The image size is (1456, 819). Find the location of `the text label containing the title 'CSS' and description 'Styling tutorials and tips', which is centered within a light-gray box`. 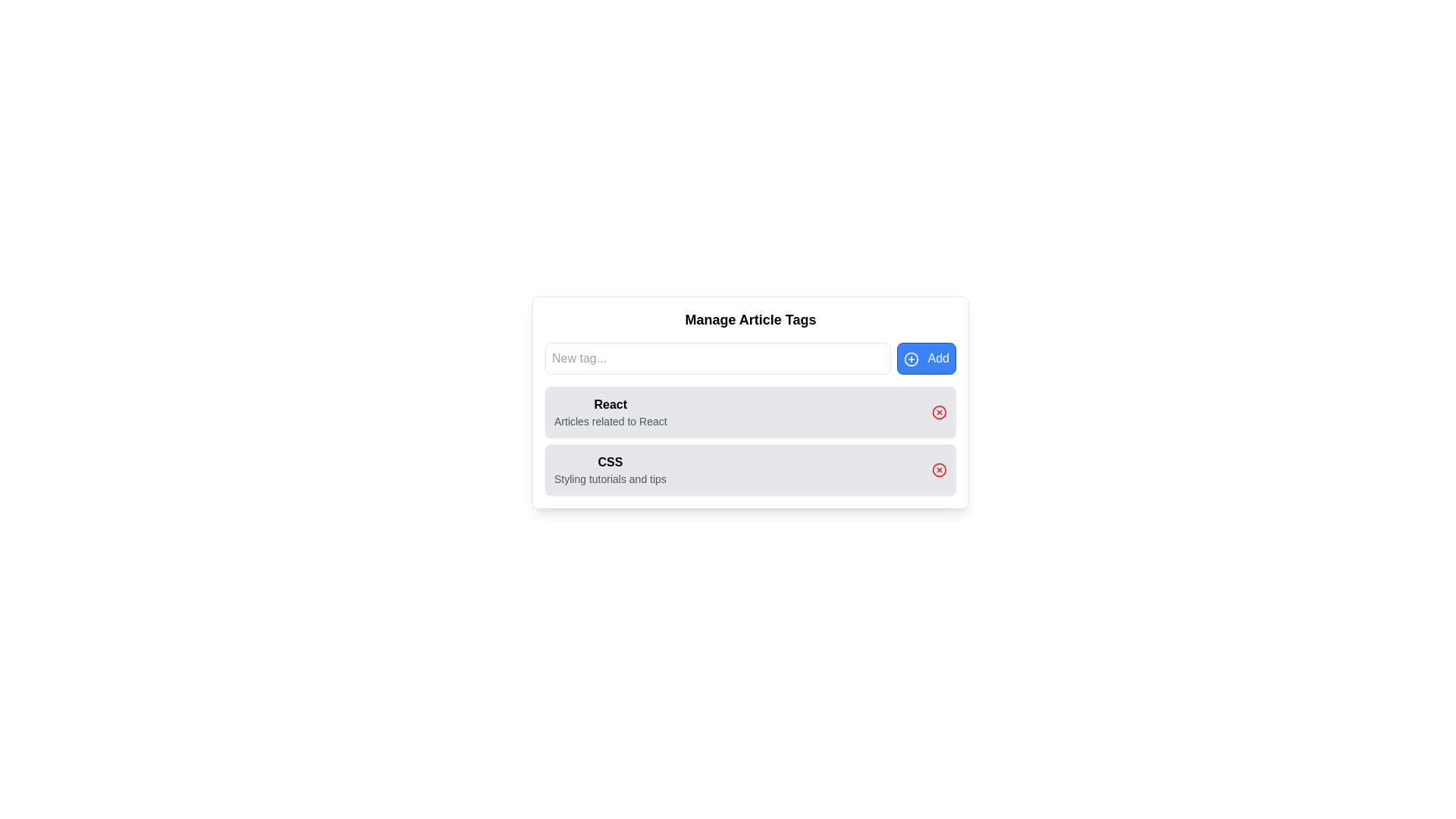

the text label containing the title 'CSS' and description 'Styling tutorials and tips', which is centered within a light-gray box is located at coordinates (610, 469).